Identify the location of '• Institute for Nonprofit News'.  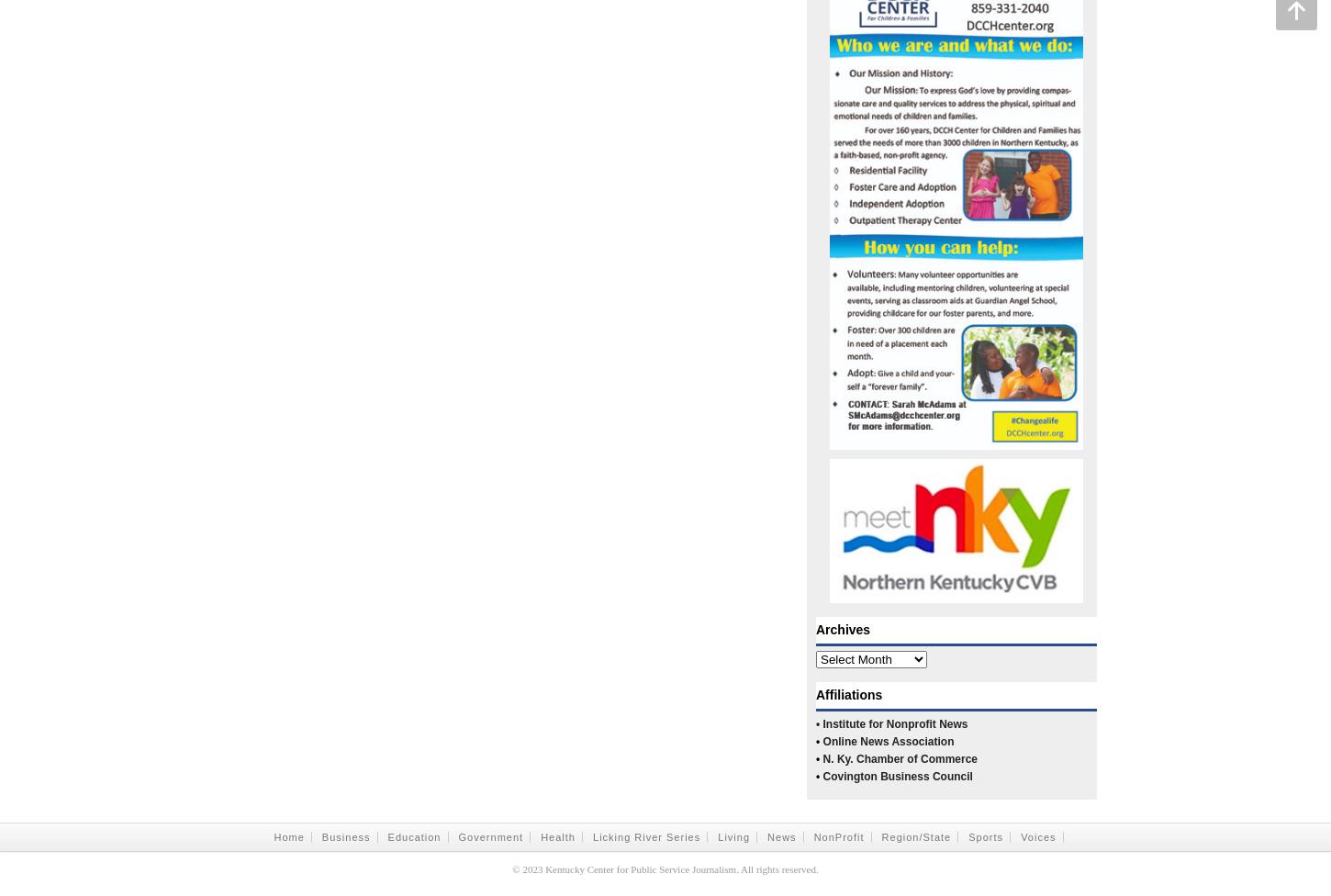
(891, 723).